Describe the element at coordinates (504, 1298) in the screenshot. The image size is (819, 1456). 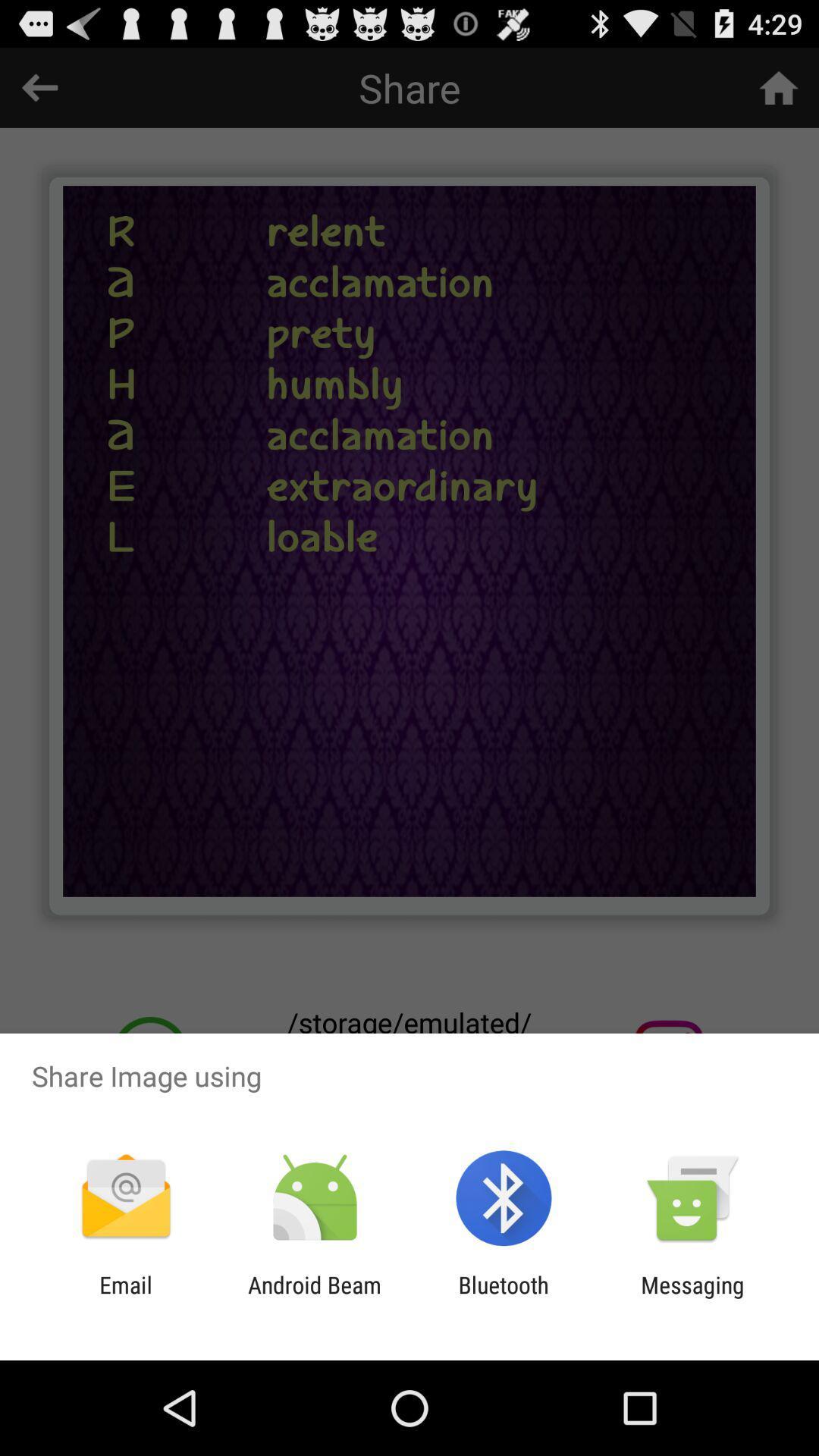
I see `the icon to the right of android beam` at that location.